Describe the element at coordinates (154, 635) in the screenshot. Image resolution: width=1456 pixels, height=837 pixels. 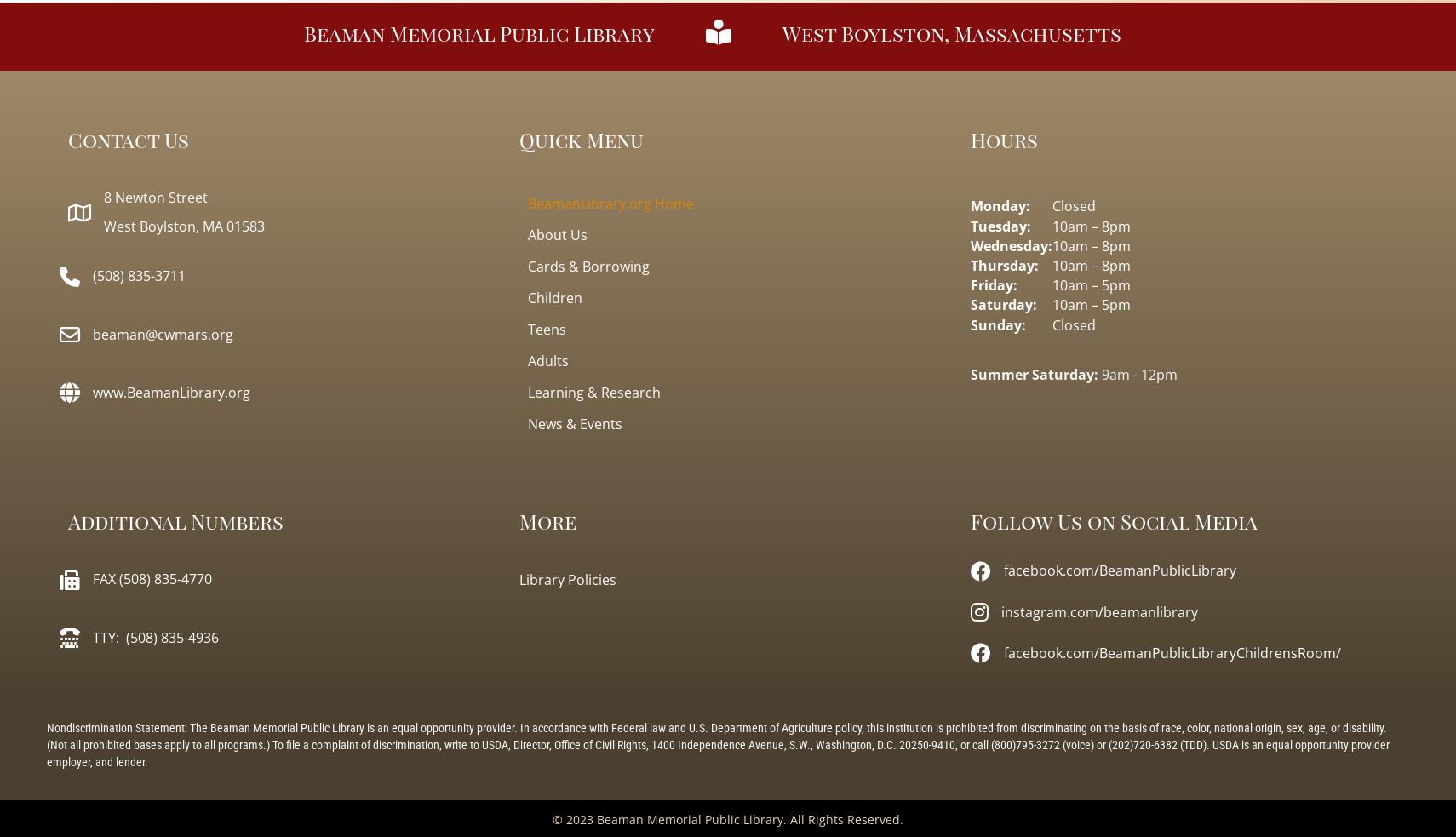
I see `'TTY:  (508) 835-4936'` at that location.